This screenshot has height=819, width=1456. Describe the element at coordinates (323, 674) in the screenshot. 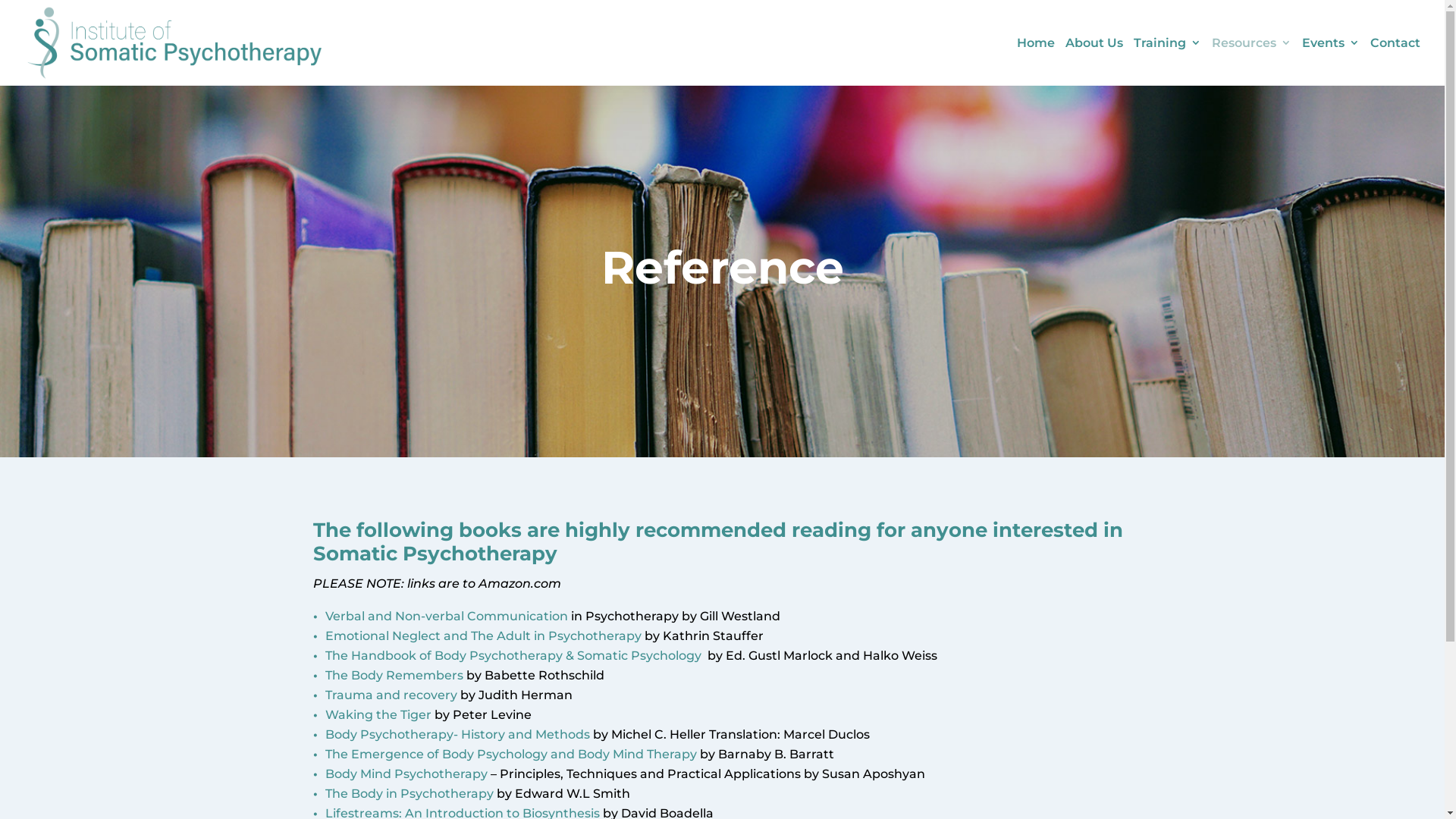

I see `'The Body Remembers'` at that location.